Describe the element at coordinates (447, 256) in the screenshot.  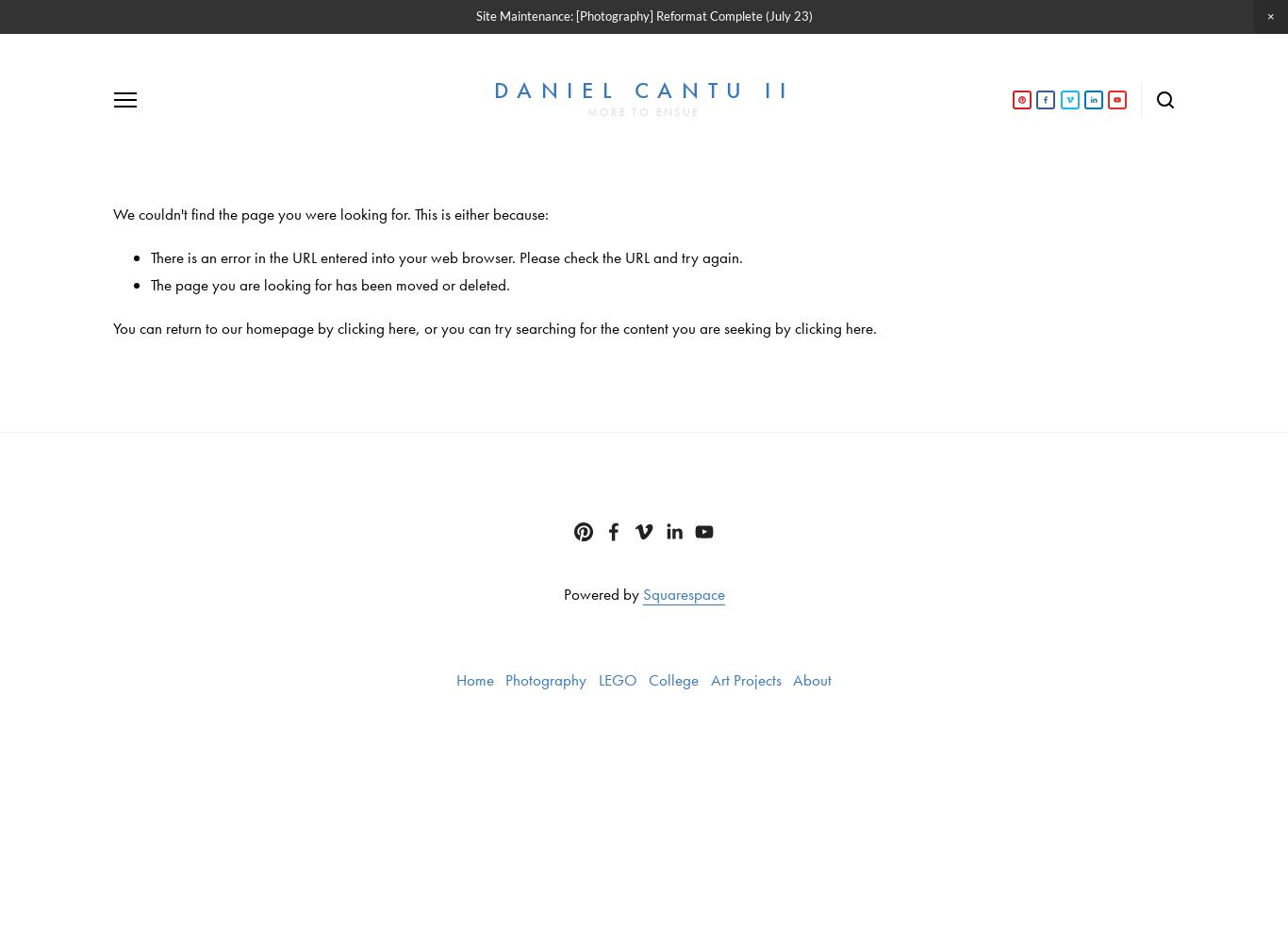
I see `'There is an error in the URL entered into your web browser. Please check the URL and try again.'` at that location.